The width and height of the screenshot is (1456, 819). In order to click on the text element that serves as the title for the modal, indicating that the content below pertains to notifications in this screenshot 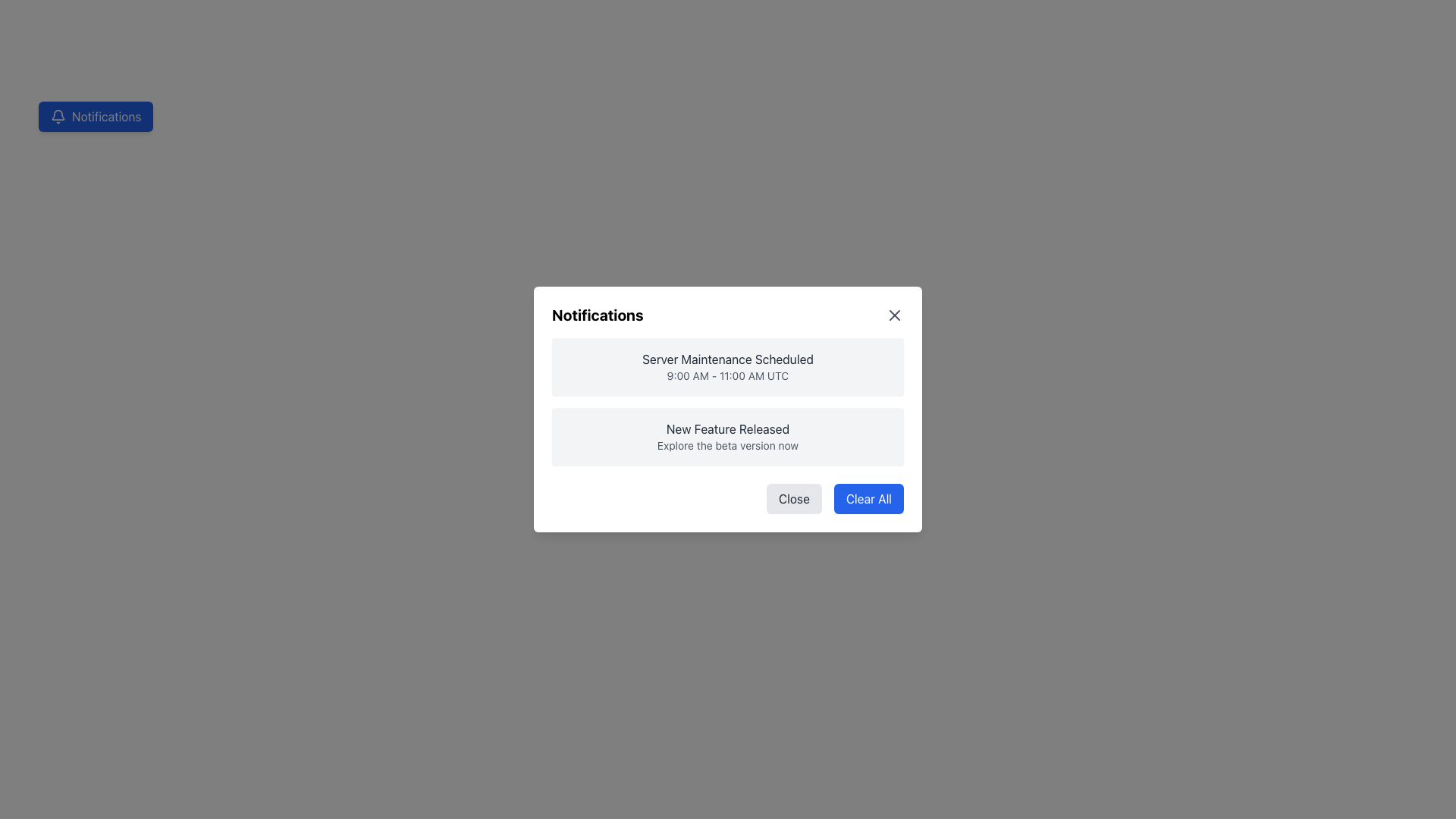, I will do `click(597, 315)`.